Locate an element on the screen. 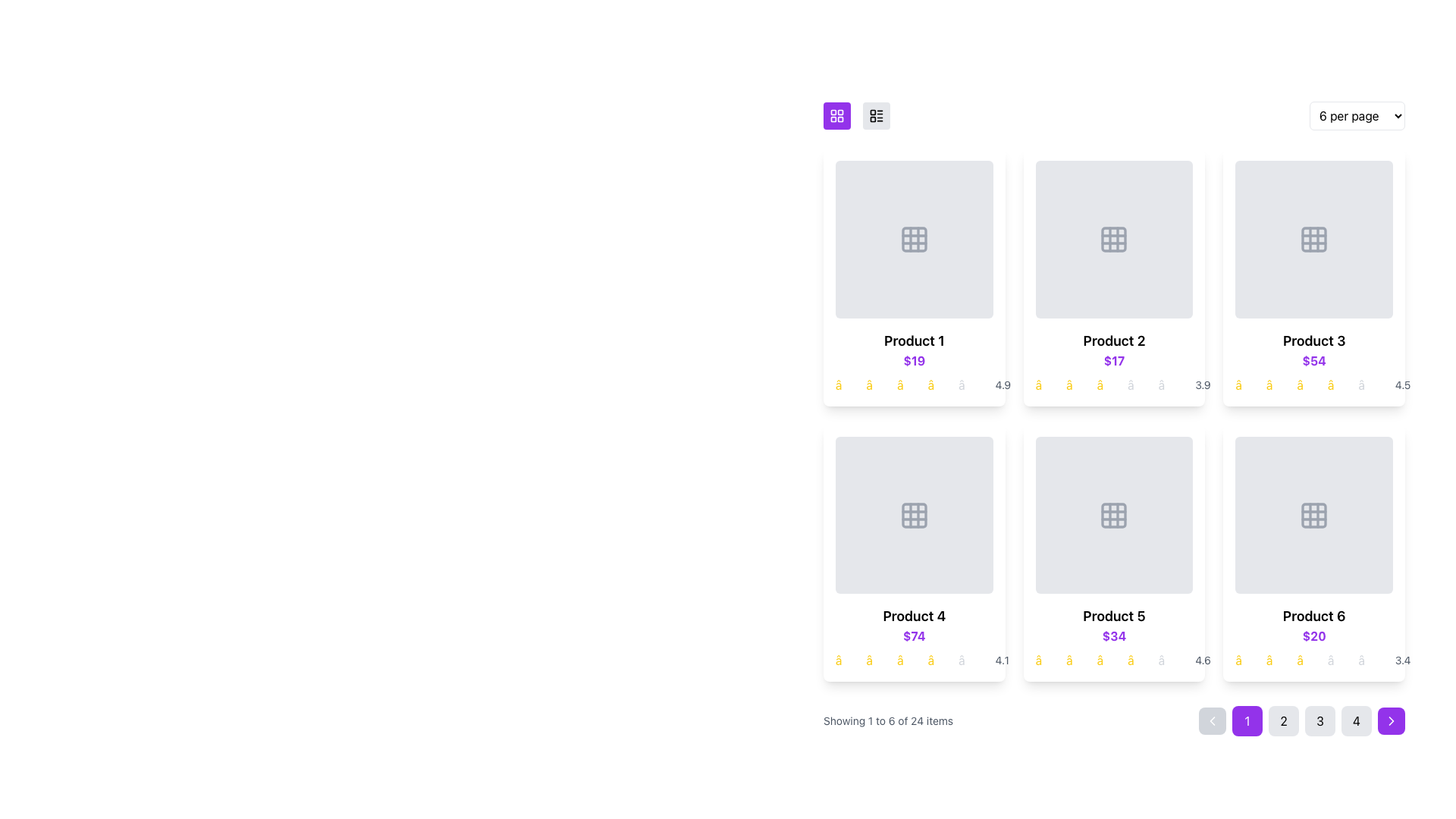 The height and width of the screenshot is (819, 1456). the text label displaying the price of 'Product 5' in the fifth product card, which is centrally aligned beneath the title and above the rating and review section is located at coordinates (1114, 636).